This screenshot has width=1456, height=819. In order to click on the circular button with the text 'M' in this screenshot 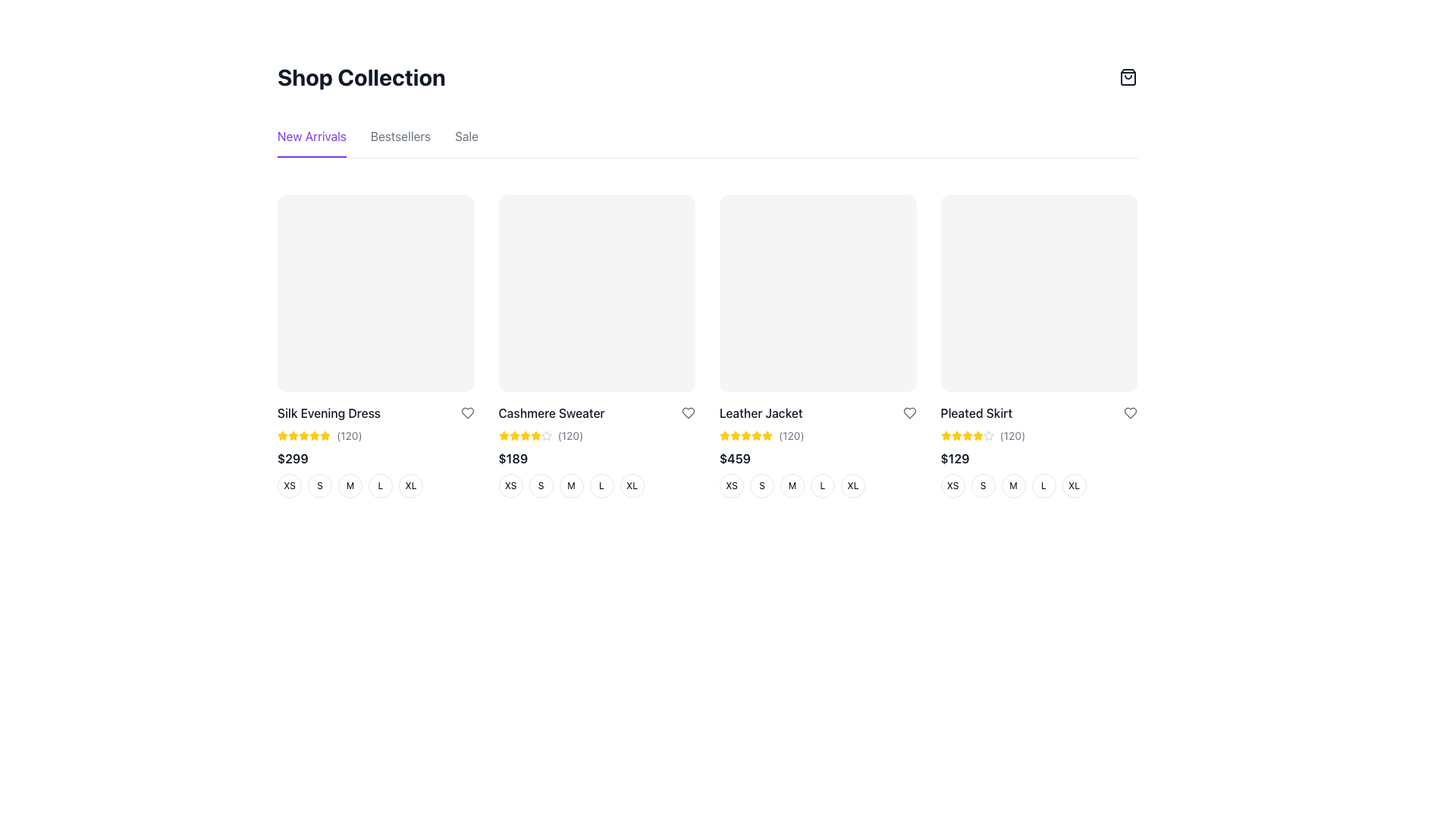, I will do `click(349, 485)`.